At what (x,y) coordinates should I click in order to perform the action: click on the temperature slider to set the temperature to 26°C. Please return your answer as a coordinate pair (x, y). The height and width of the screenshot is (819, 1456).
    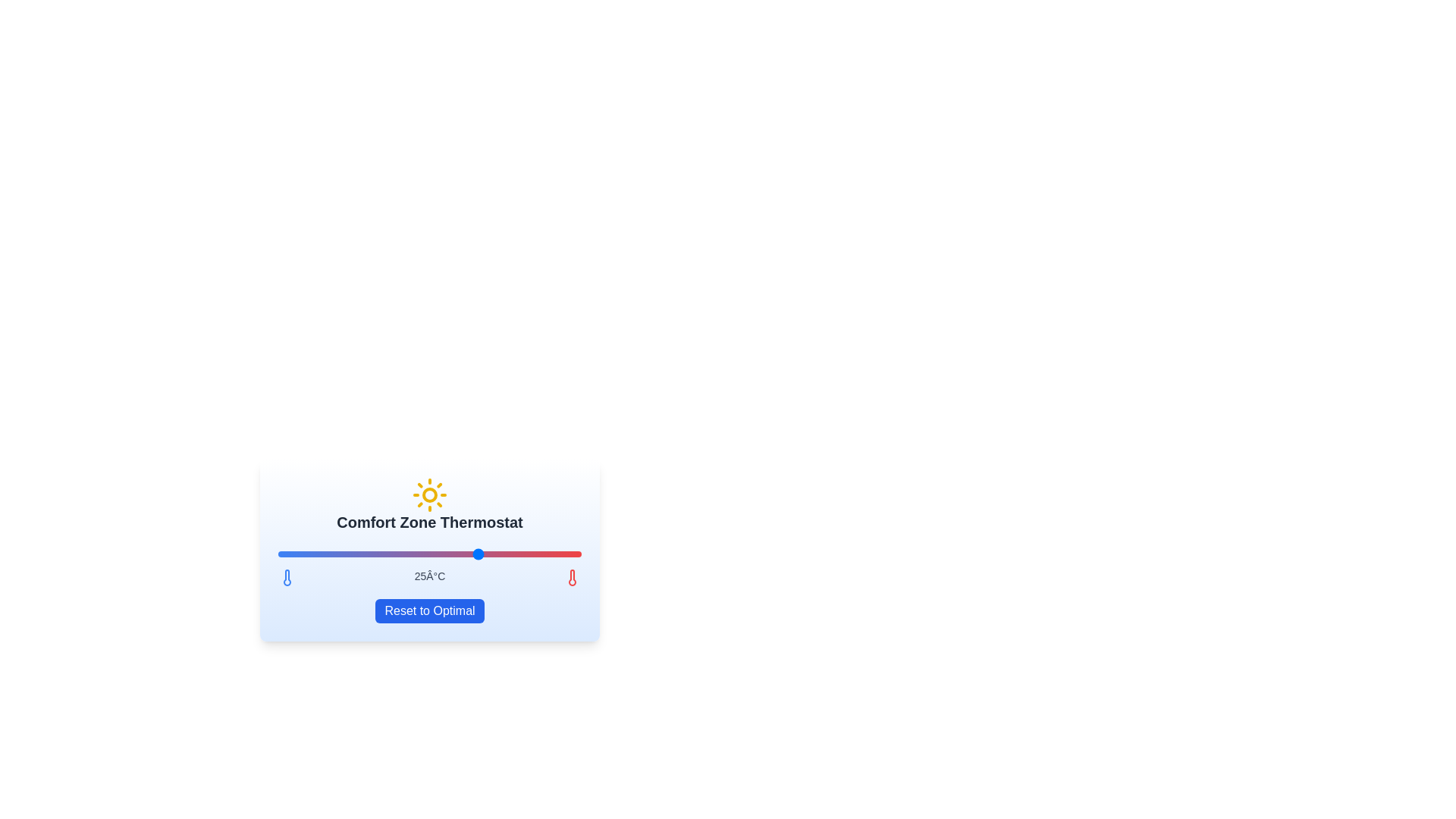
    Looking at the image, I should click on (500, 554).